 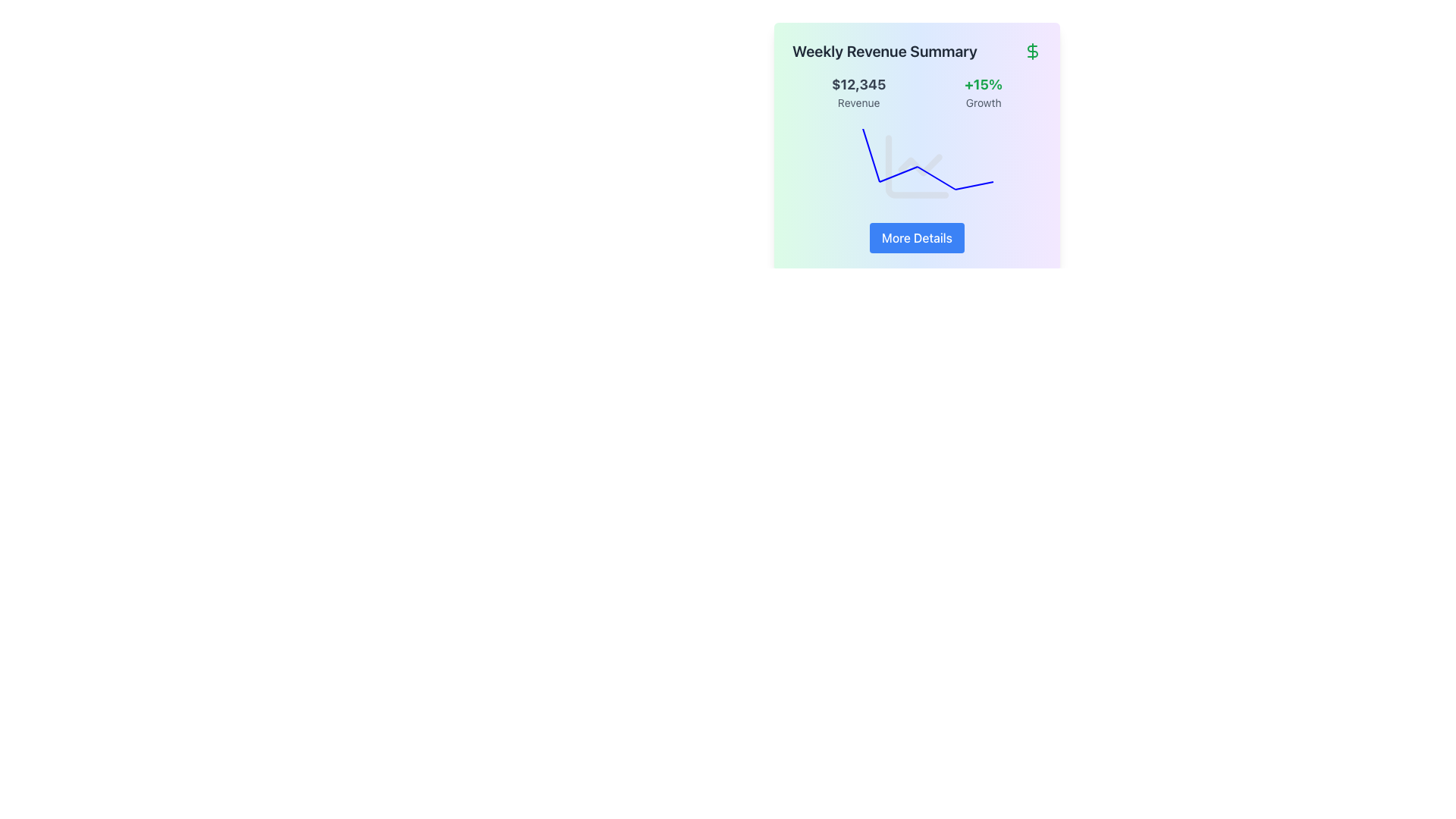 What do you see at coordinates (916, 237) in the screenshot?
I see `the button located at the bottom-center of the 'Weekly Revenue Summary' card` at bounding box center [916, 237].